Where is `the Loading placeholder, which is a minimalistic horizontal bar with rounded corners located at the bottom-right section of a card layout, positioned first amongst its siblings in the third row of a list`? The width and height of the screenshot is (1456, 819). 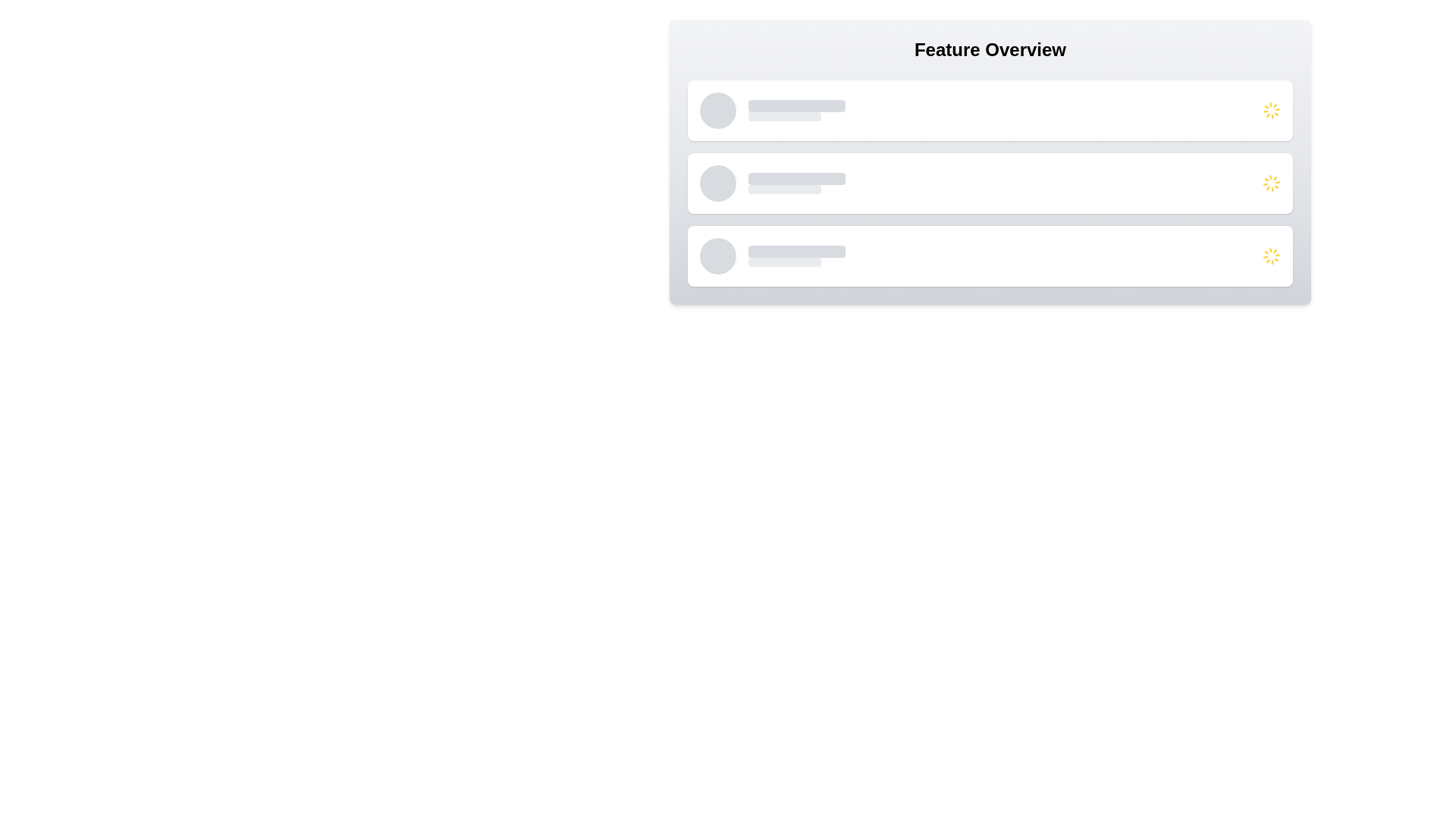 the Loading placeholder, which is a minimalistic horizontal bar with rounded corners located at the bottom-right section of a card layout, positioned first amongst its siblings in the third row of a list is located at coordinates (785, 262).